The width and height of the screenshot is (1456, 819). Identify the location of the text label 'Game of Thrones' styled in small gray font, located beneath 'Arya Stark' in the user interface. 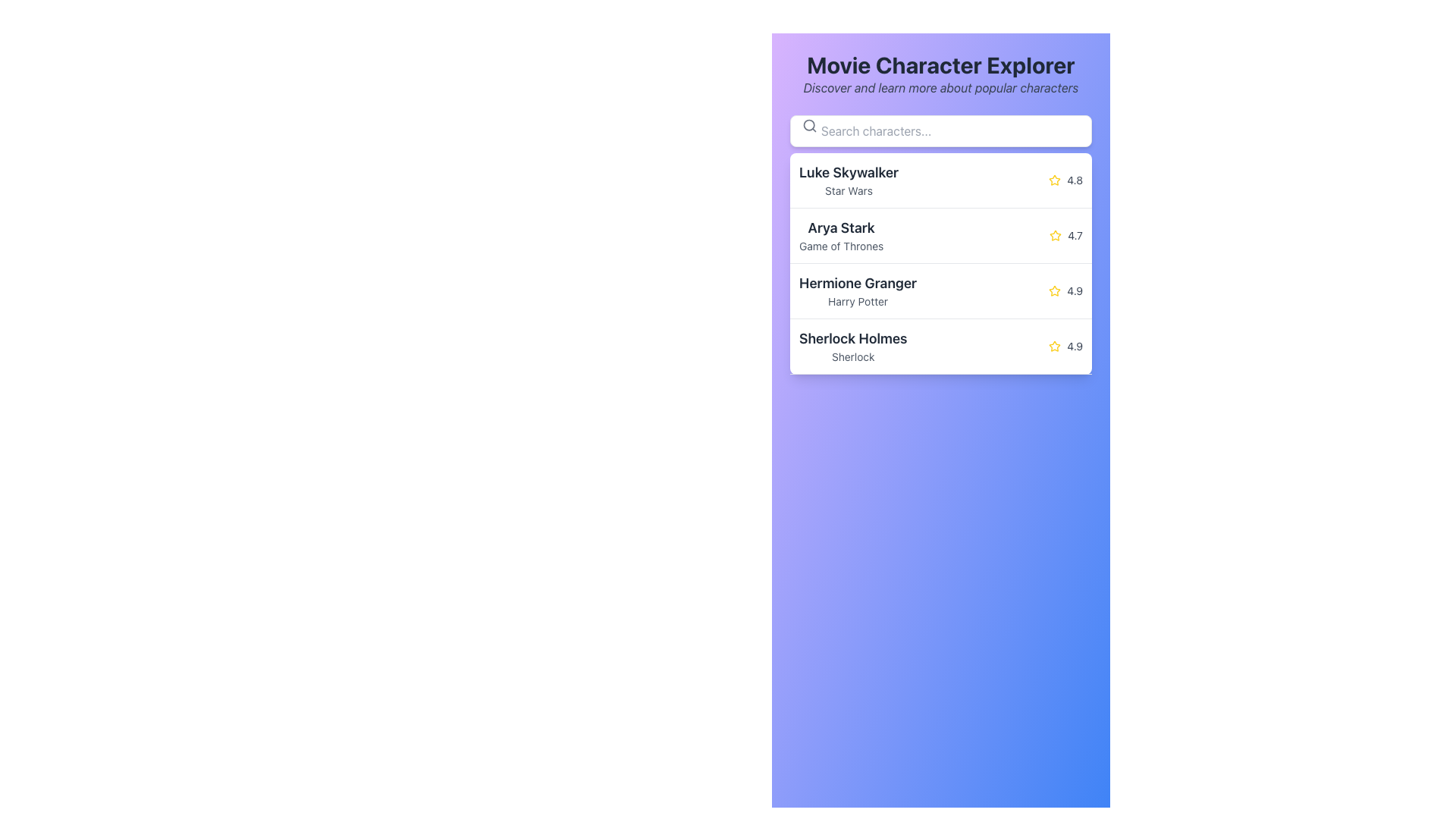
(840, 245).